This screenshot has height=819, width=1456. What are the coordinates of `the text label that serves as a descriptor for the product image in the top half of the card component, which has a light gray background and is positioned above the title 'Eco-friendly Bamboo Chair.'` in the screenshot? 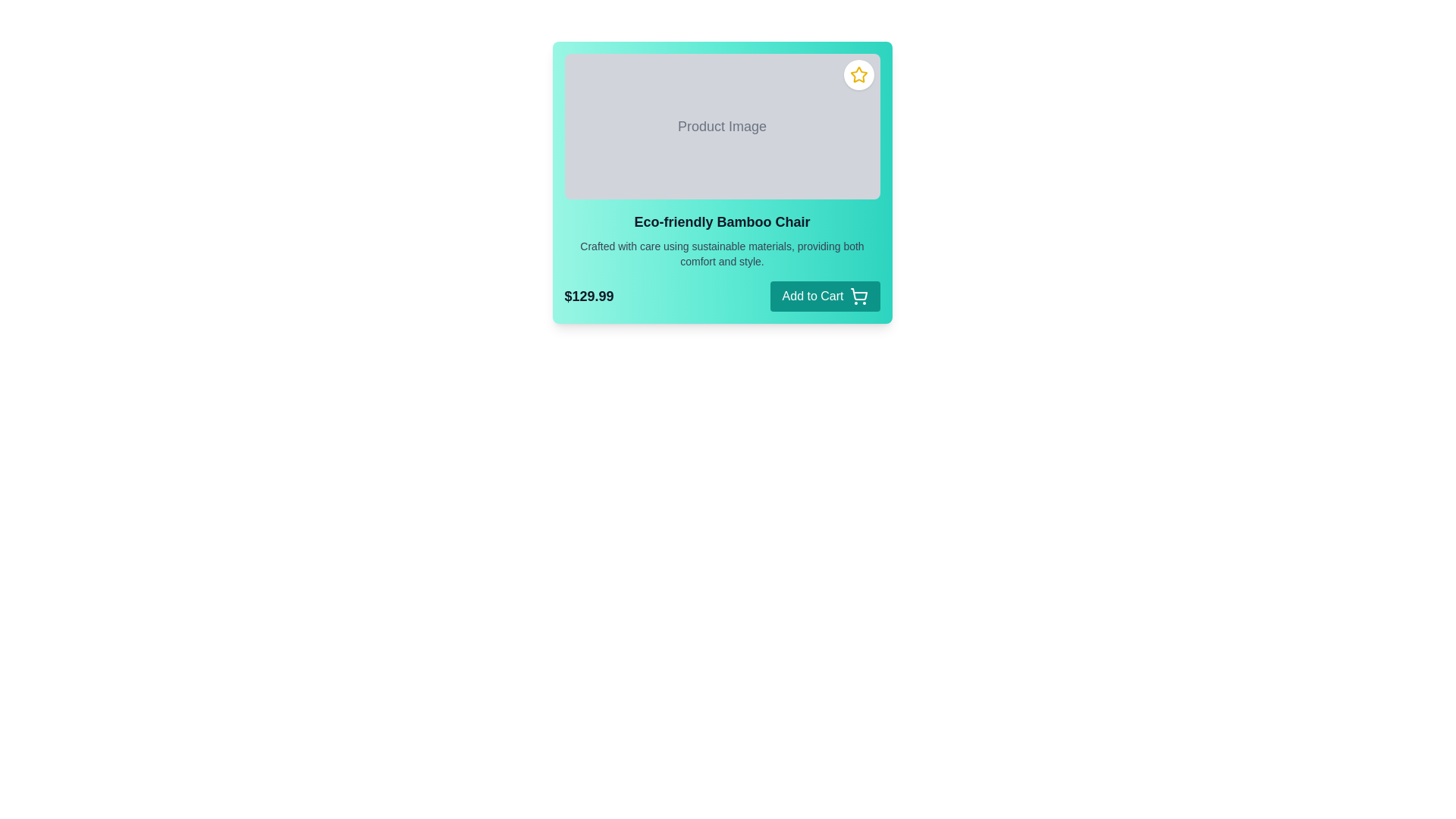 It's located at (721, 125).